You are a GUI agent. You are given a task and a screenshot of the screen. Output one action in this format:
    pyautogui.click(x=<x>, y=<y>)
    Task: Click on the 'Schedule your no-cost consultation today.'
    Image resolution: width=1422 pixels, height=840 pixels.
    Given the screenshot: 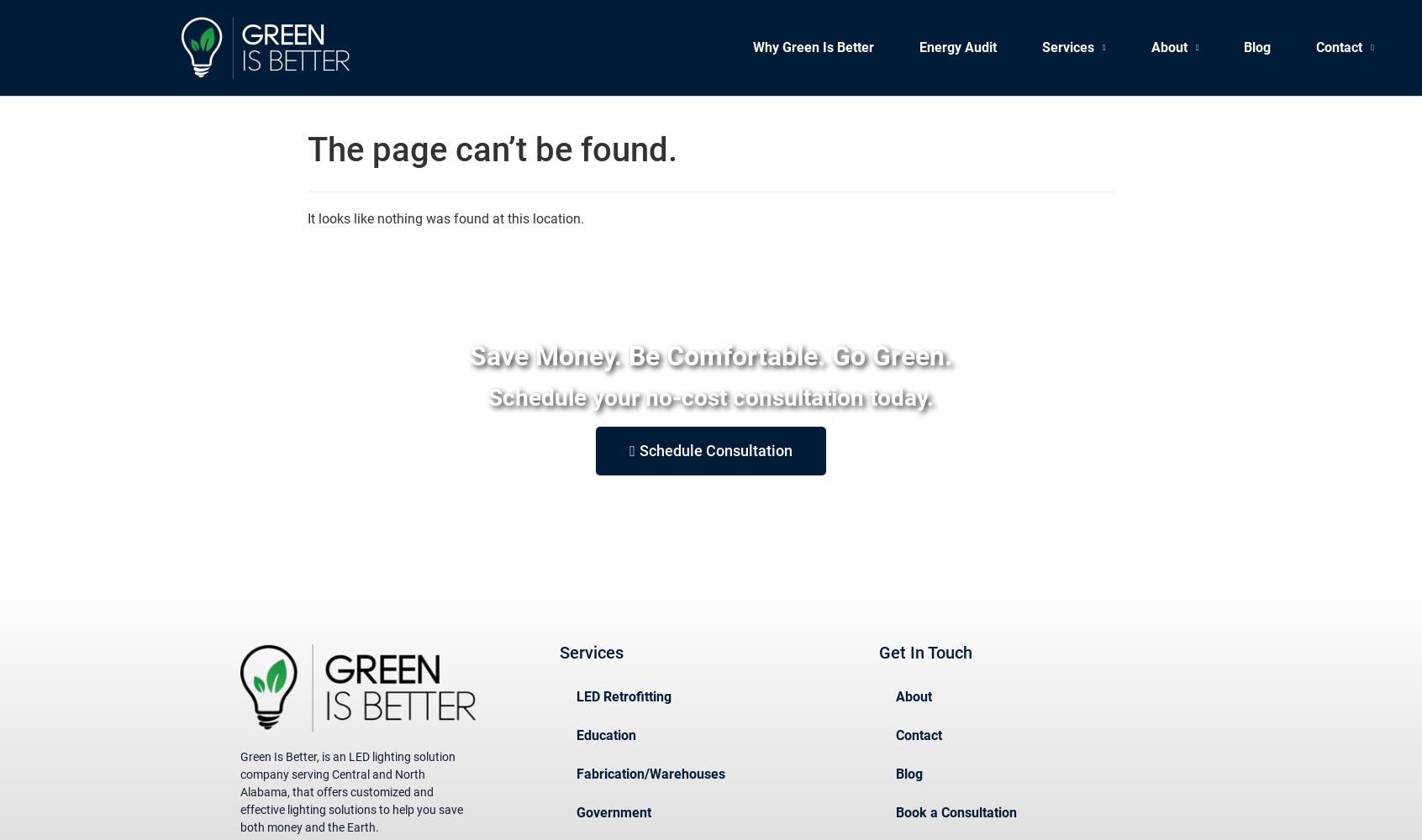 What is the action you would take?
    pyautogui.click(x=711, y=396)
    